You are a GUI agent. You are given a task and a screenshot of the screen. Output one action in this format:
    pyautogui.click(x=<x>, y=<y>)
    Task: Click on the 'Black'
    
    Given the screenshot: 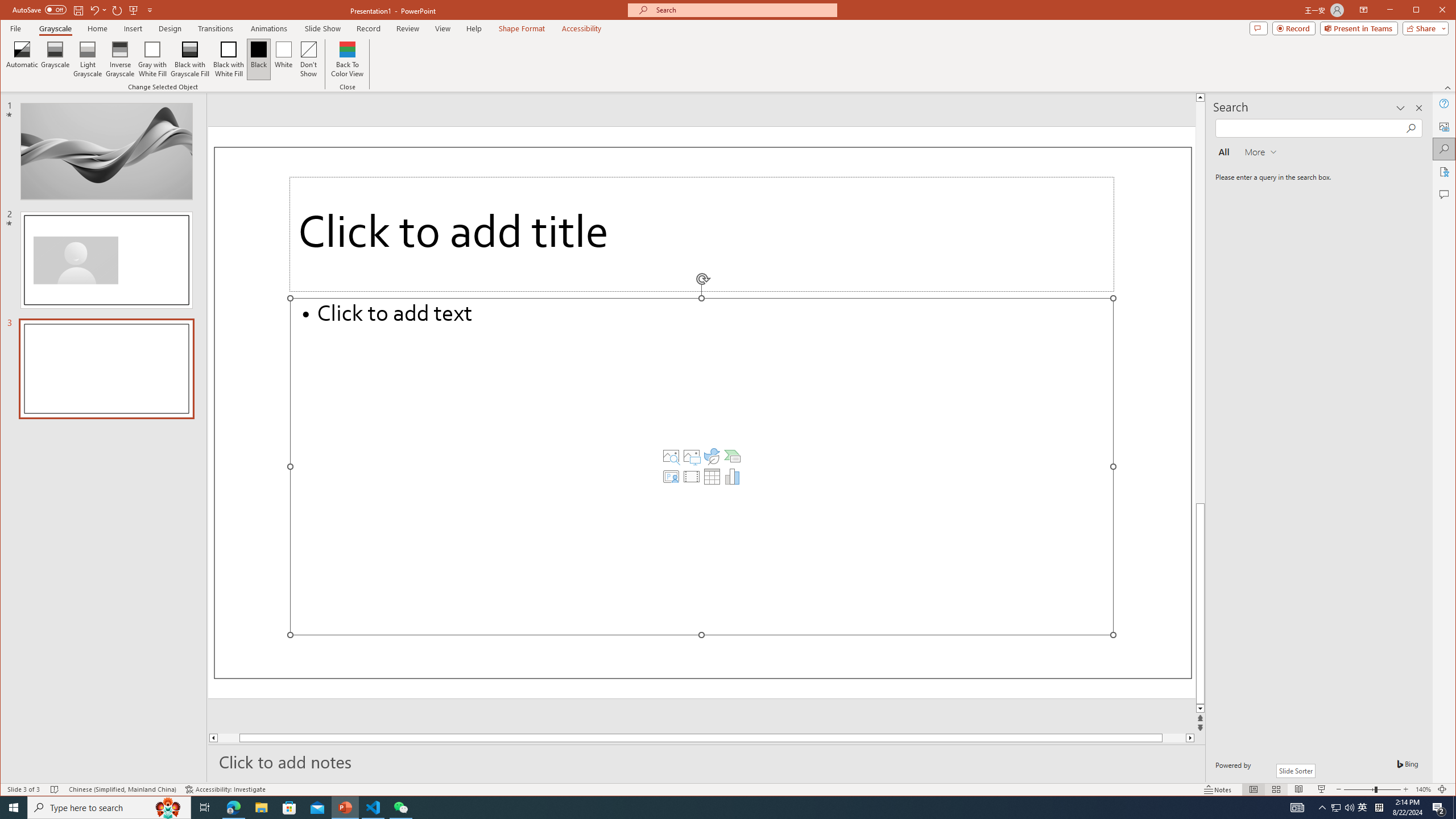 What is the action you would take?
    pyautogui.click(x=258, y=59)
    